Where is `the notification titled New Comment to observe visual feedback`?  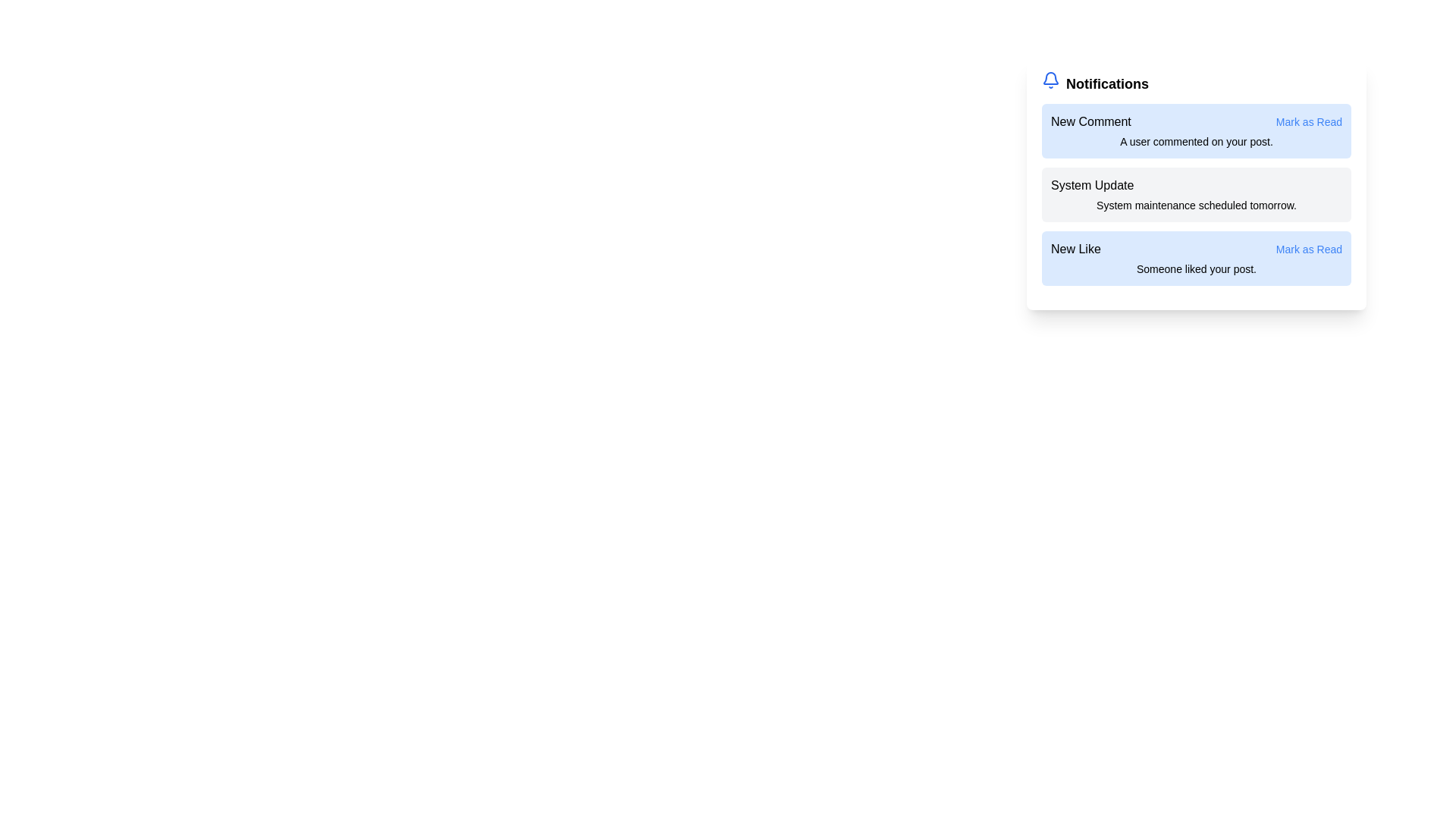
the notification titled New Comment to observe visual feedback is located at coordinates (1196, 130).